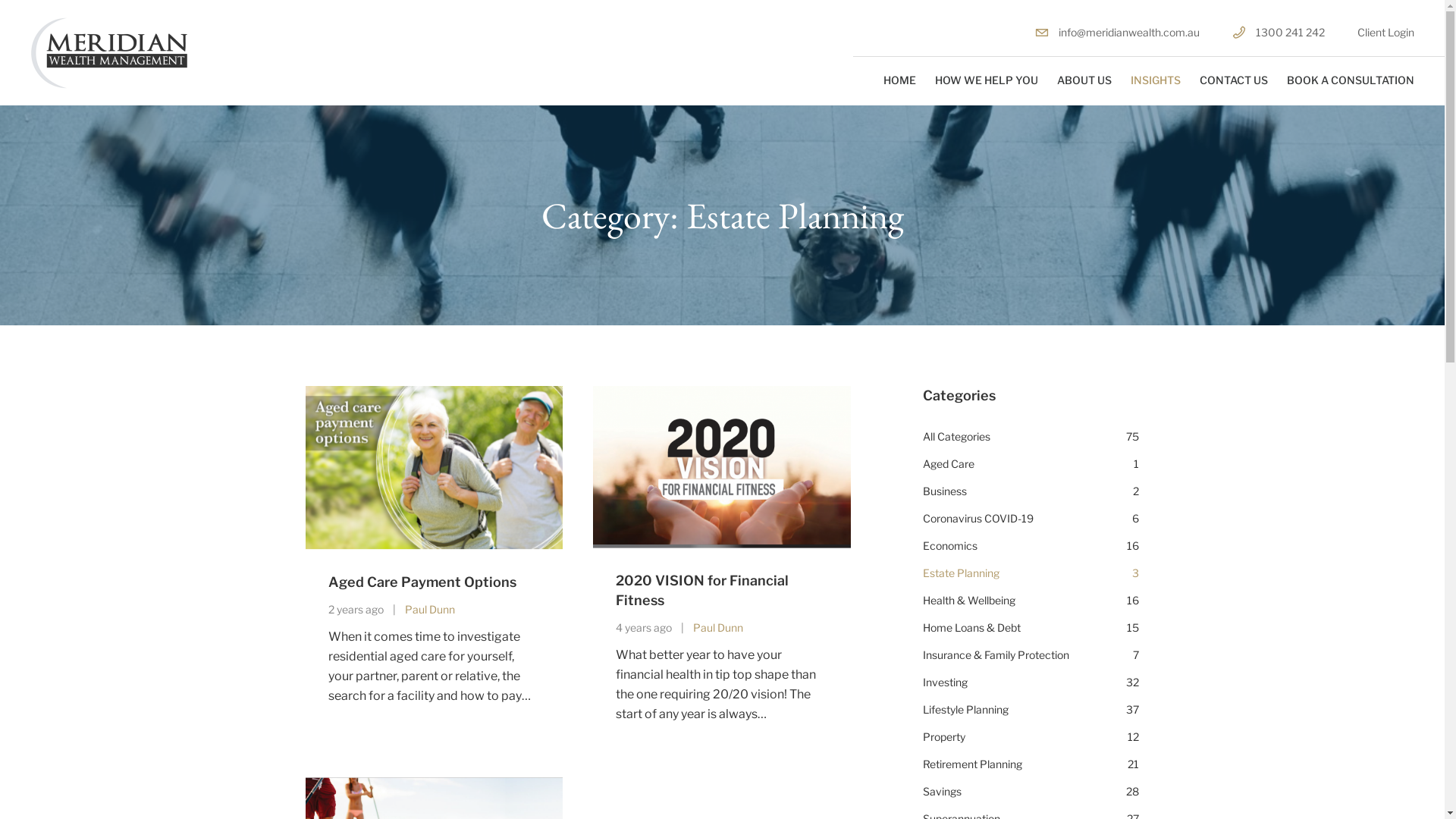  I want to click on 'info@meridianwealth.com.au', so click(1034, 32).